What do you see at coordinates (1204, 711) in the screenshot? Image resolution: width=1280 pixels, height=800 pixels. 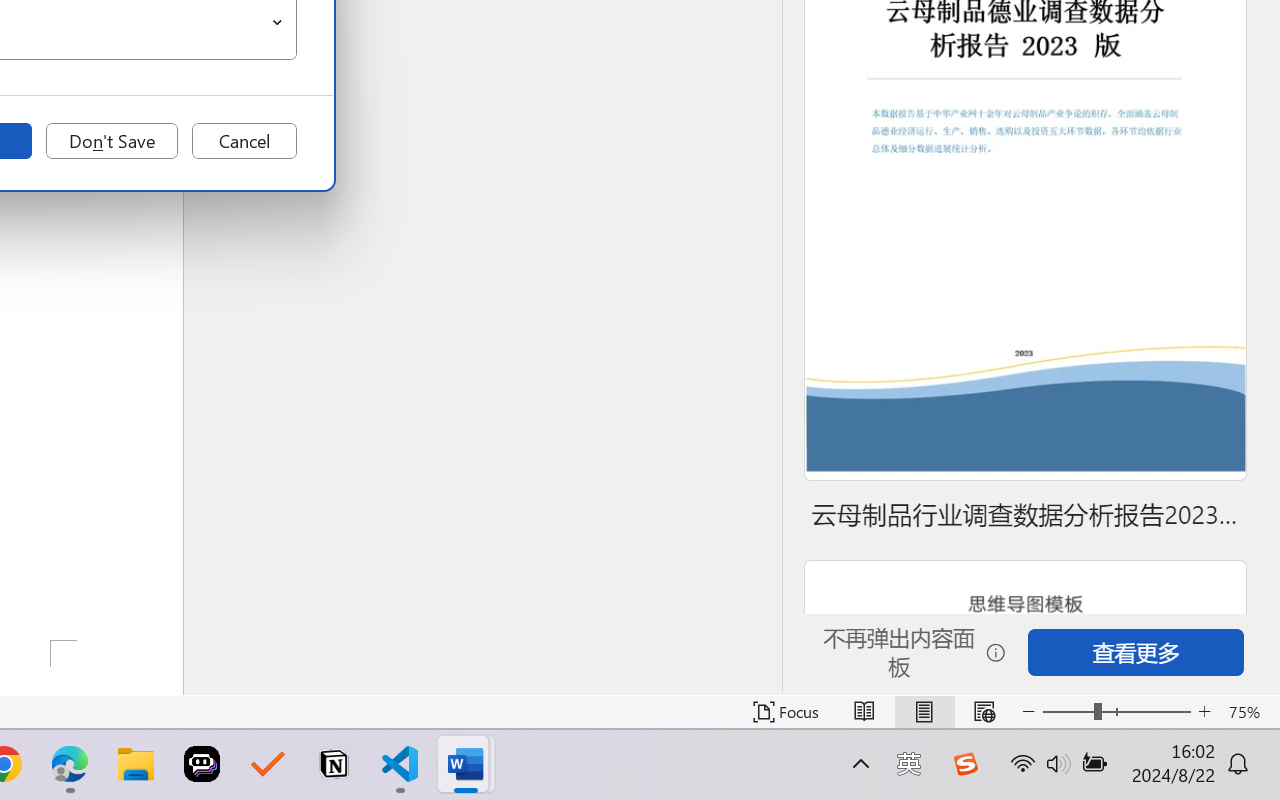 I see `'Zoom In'` at bounding box center [1204, 711].